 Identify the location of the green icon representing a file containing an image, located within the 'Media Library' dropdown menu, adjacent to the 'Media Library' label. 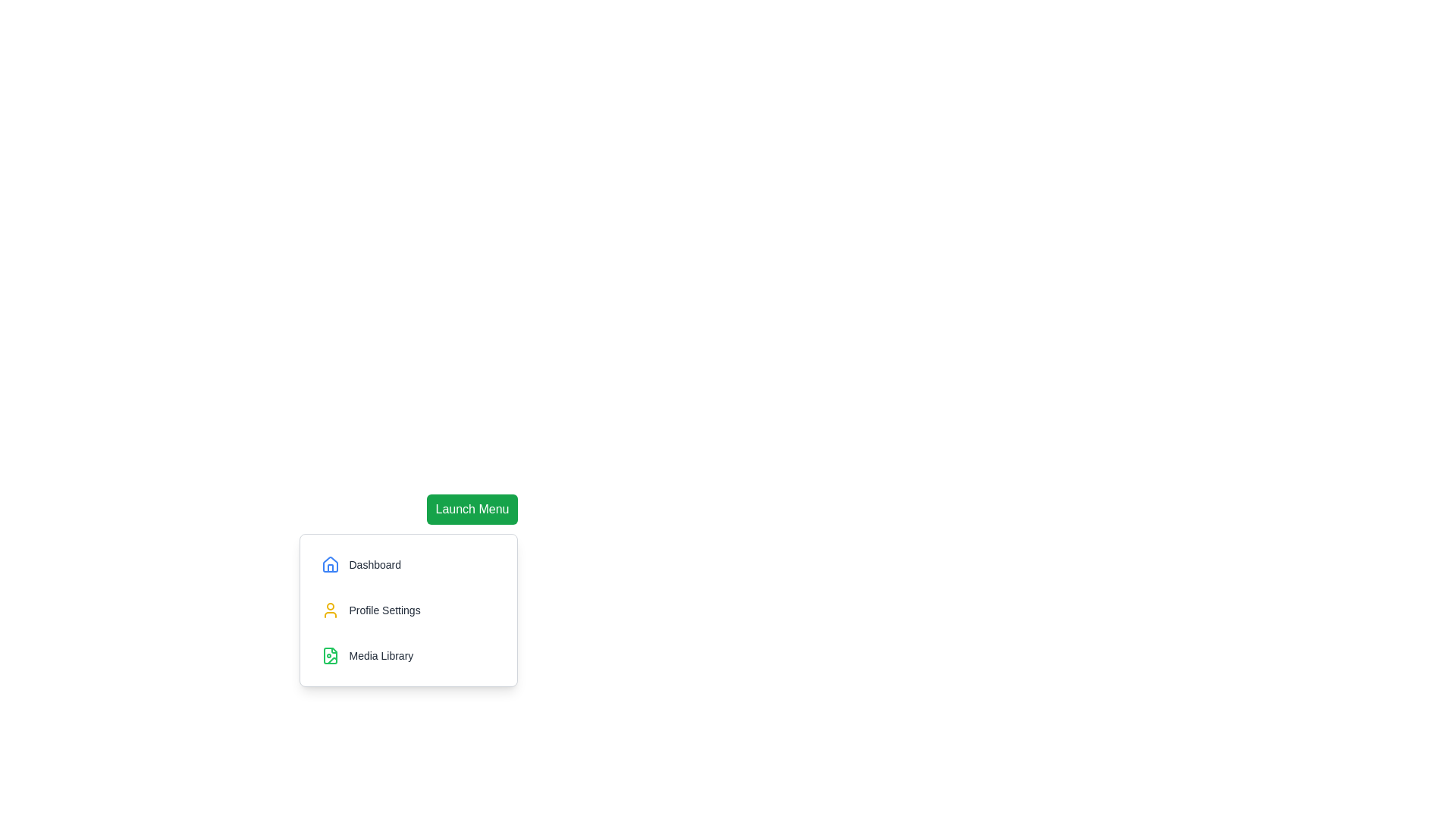
(330, 654).